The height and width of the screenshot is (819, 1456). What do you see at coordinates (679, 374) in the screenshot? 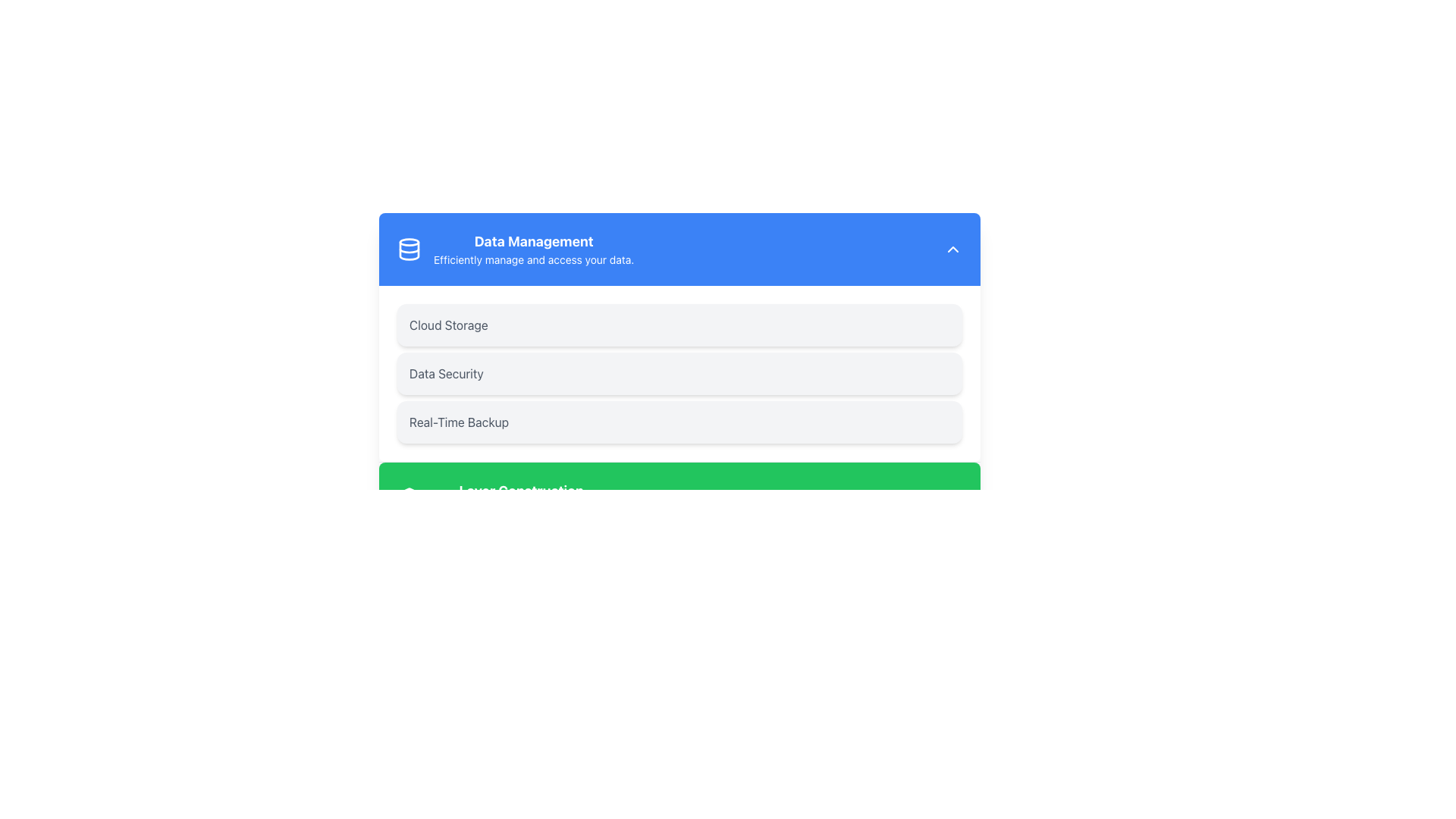
I see `the 'Data Security' button, which is styled with a light gray background and rounded corners` at bounding box center [679, 374].